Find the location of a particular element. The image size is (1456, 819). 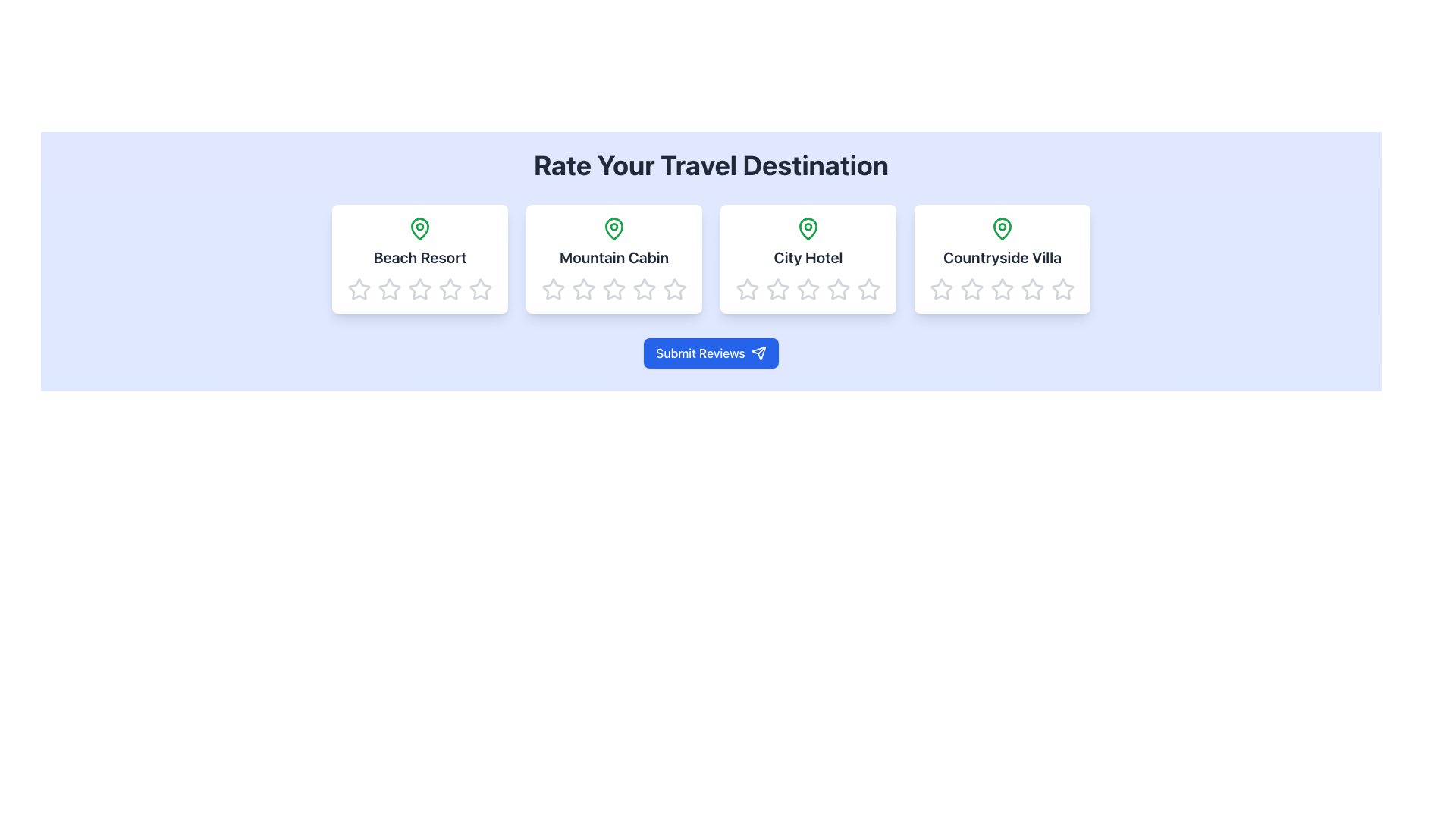

the first star in the rating system of the 'City Hotel' card is located at coordinates (747, 289).